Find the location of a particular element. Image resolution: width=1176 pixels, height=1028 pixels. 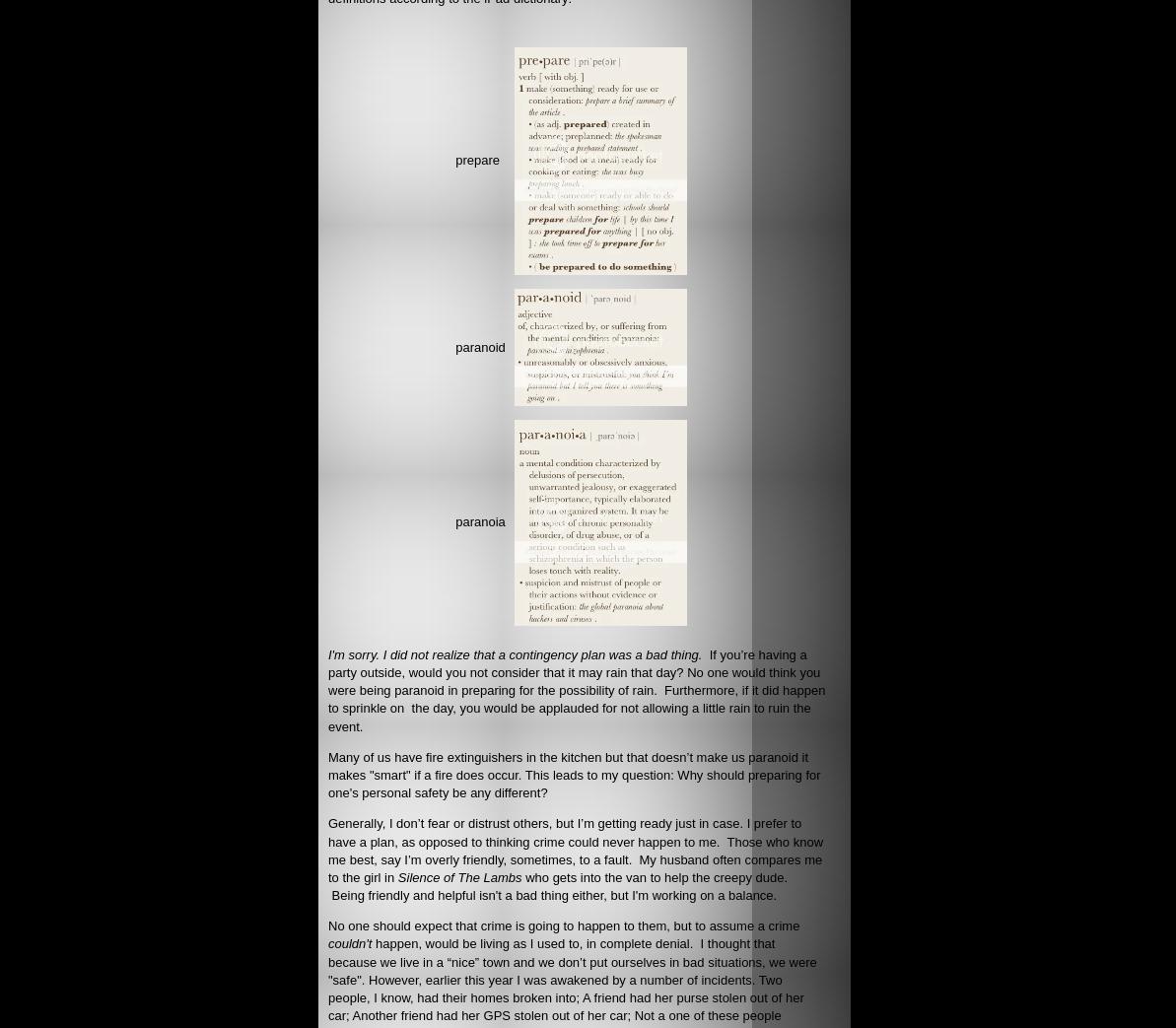

'If you’re having a party outside, would you not consider that it may rain that day? No one would think you were being paranoid in preparing for the possibility of rain.  Furthermore, if it did happen to sprinkle on  the day, you would be applauded for not allowing a little rain to ruin the event.' is located at coordinates (327, 689).